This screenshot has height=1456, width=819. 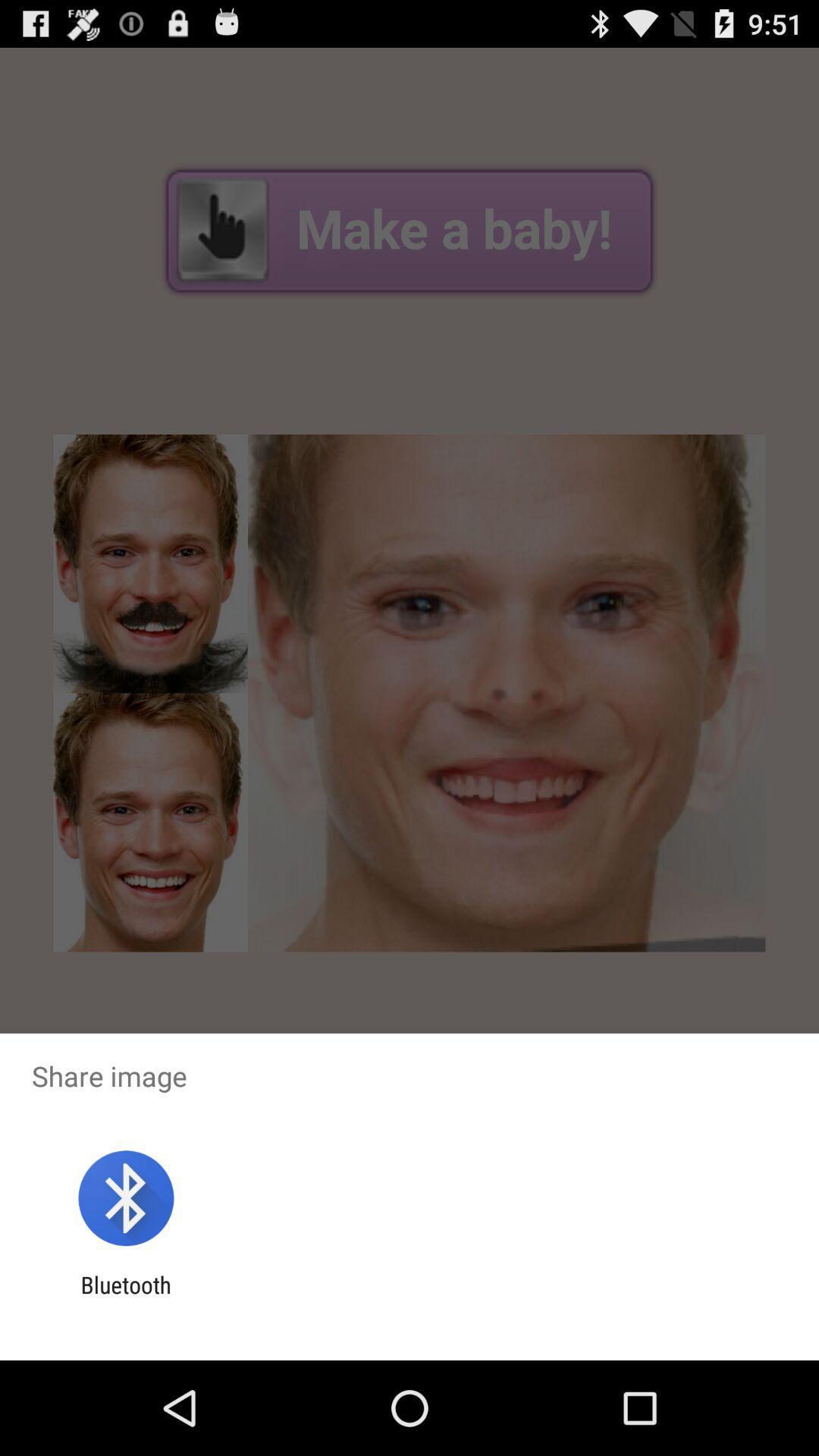 What do you see at coordinates (125, 1197) in the screenshot?
I see `app above bluetooth` at bounding box center [125, 1197].